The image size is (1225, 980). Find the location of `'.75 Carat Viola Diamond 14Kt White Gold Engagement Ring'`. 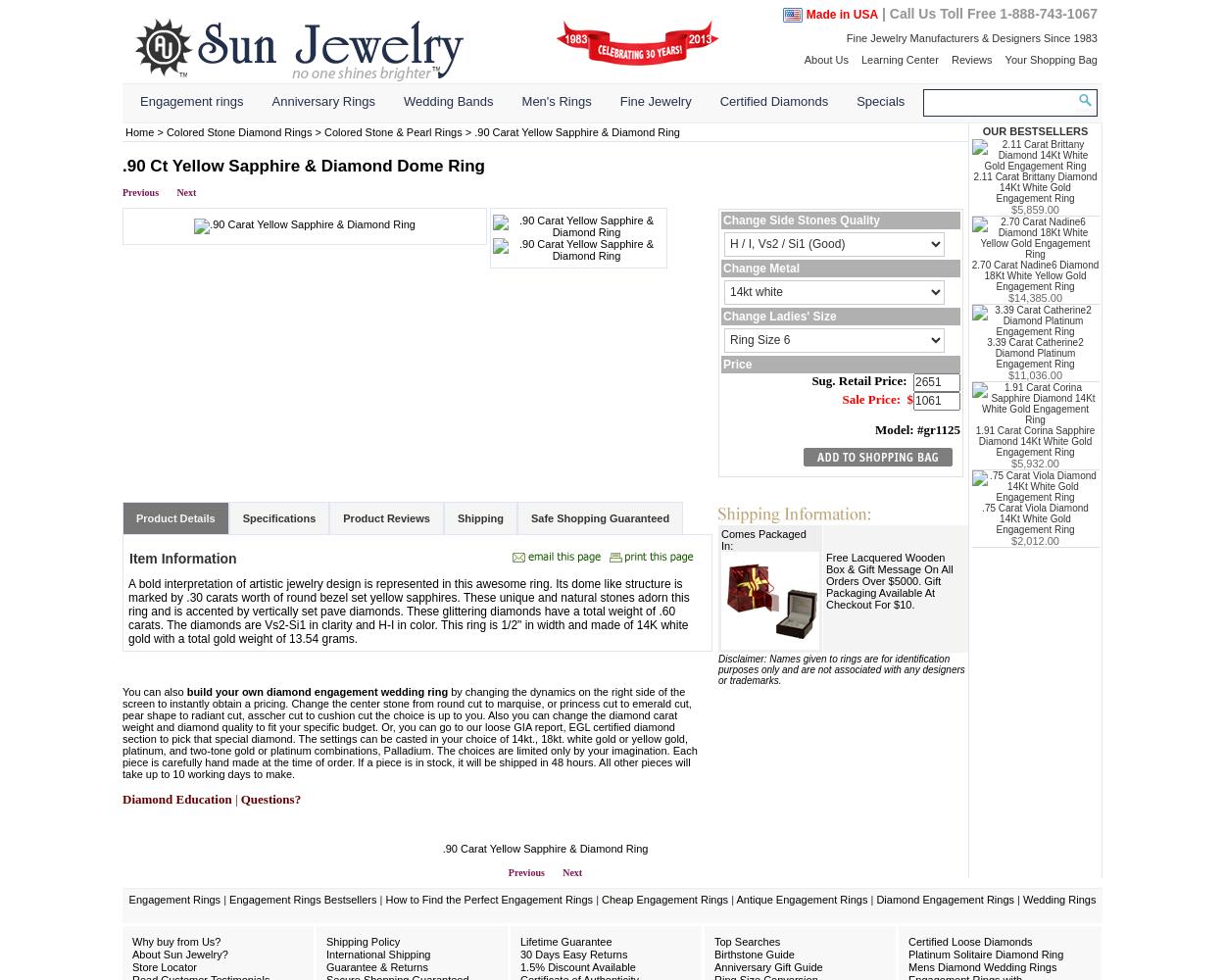

'.75 Carat Viola Diamond 14Kt White Gold Engagement Ring' is located at coordinates (1035, 517).